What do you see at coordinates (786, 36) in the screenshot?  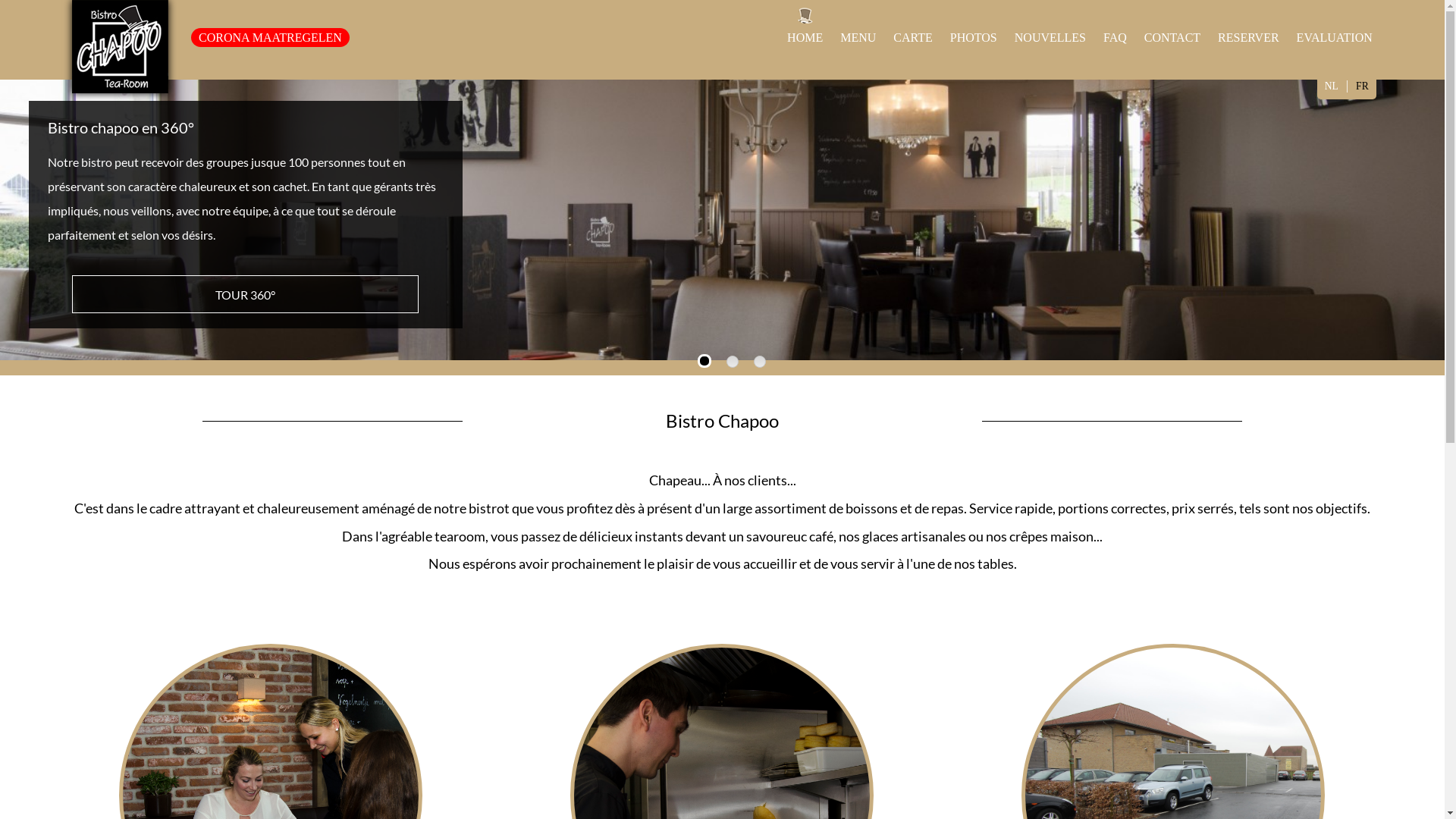 I see `'HOME'` at bounding box center [786, 36].